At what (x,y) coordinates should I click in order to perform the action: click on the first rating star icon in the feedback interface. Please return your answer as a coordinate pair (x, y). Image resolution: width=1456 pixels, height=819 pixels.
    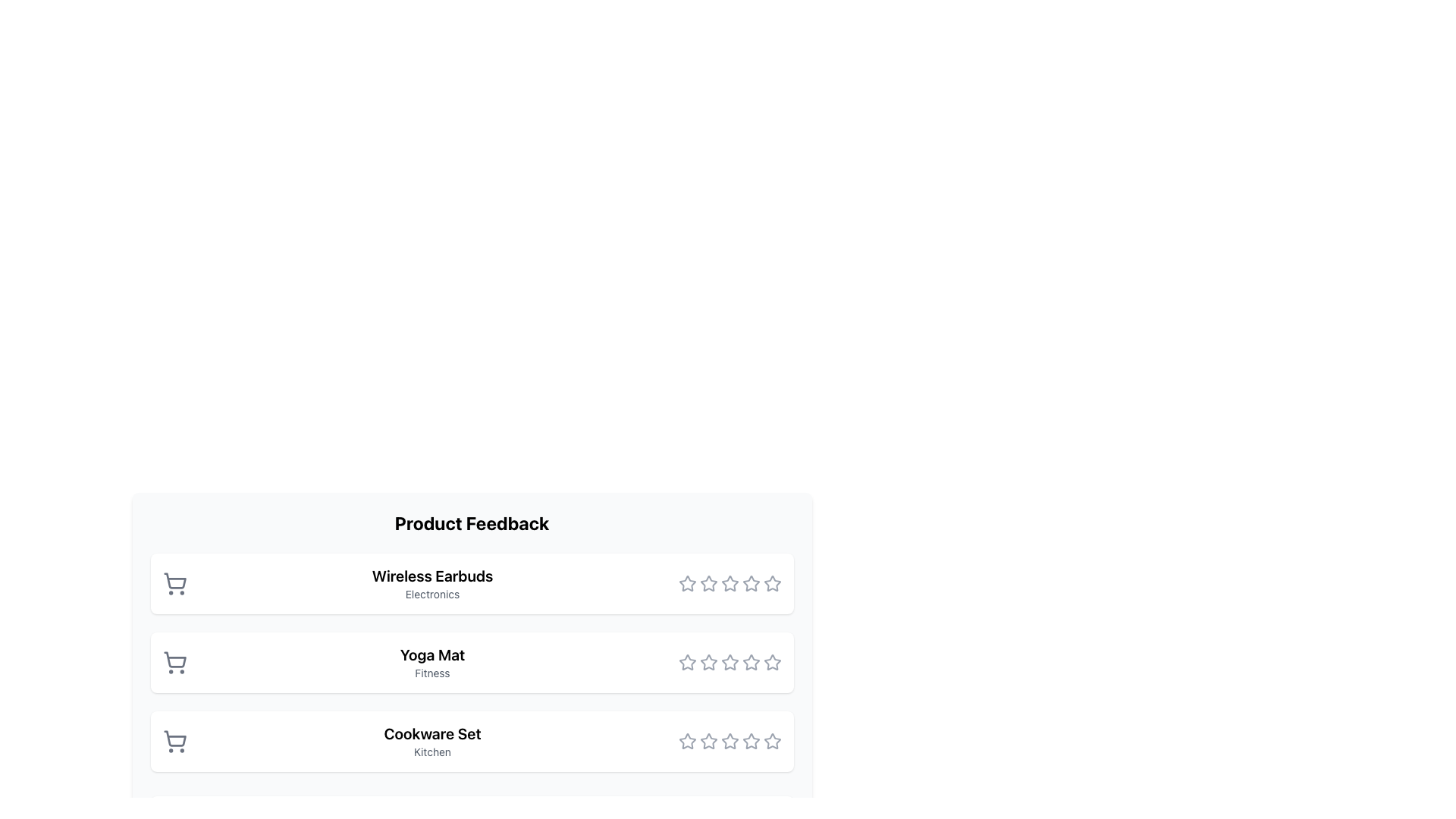
    Looking at the image, I should click on (686, 583).